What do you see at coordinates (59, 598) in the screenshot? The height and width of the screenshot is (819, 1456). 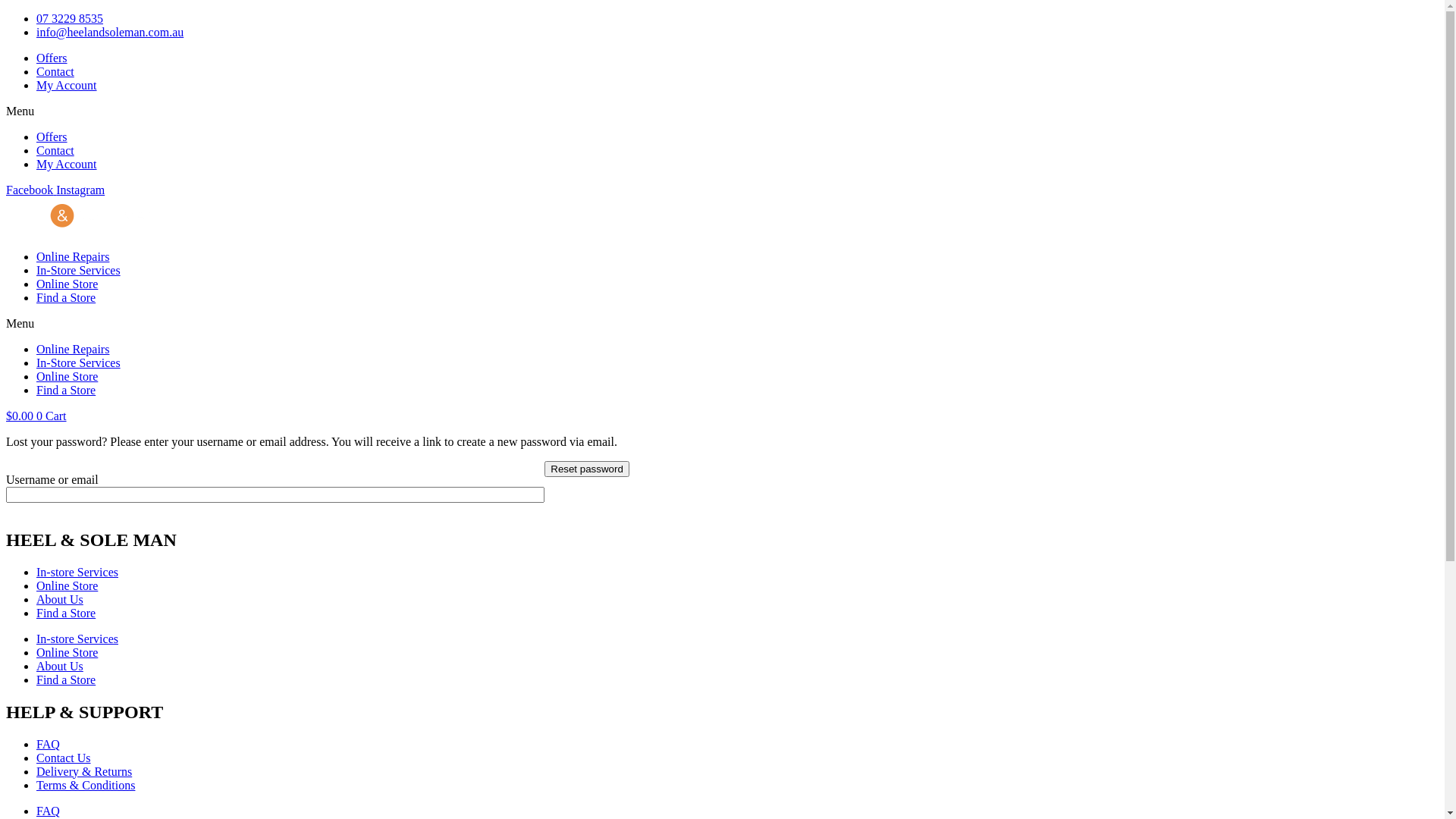 I see `'About Us'` at bounding box center [59, 598].